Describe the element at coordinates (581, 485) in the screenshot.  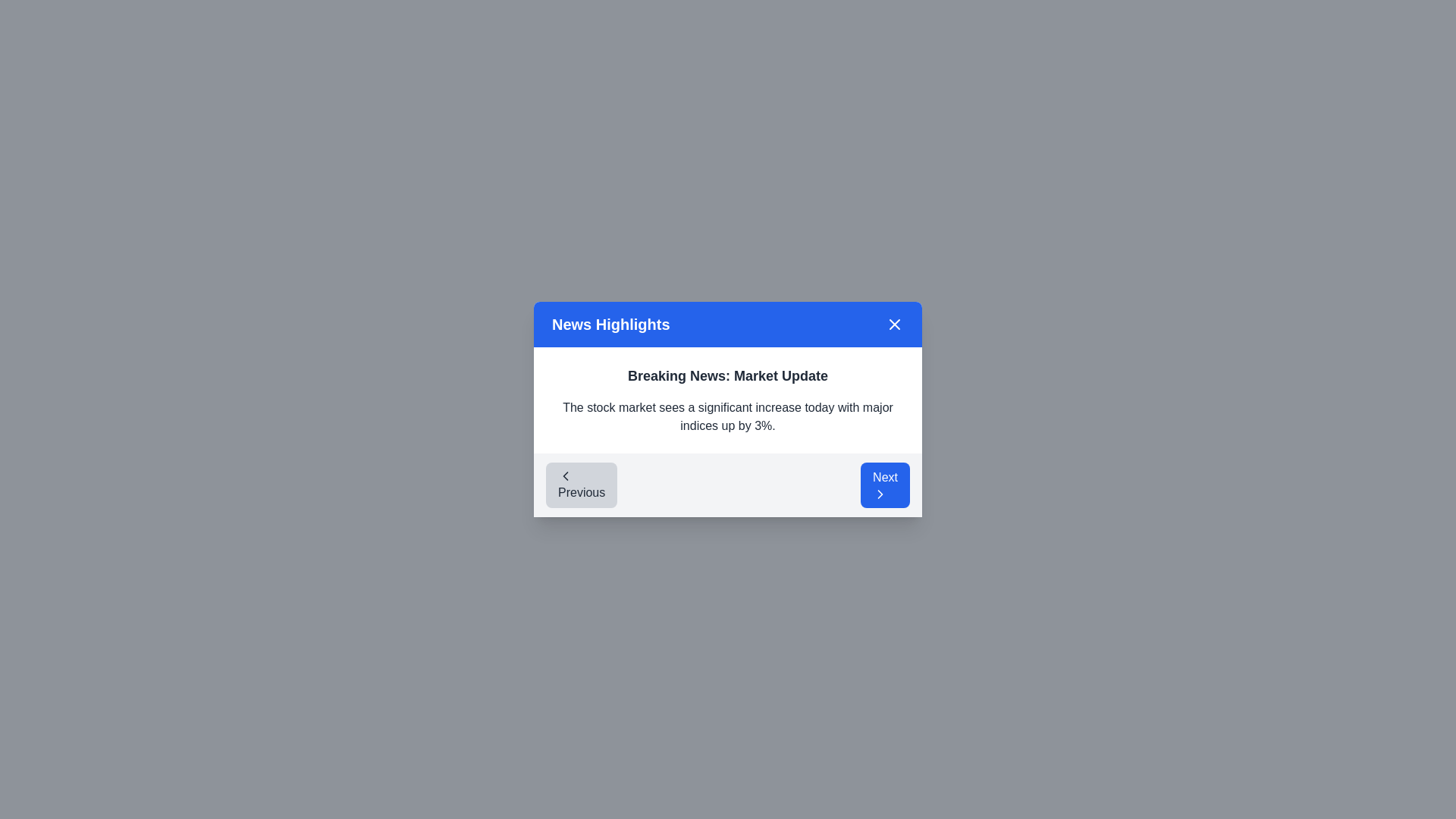
I see `the navigation button located in the lower-left portion of the modal dialog` at that location.